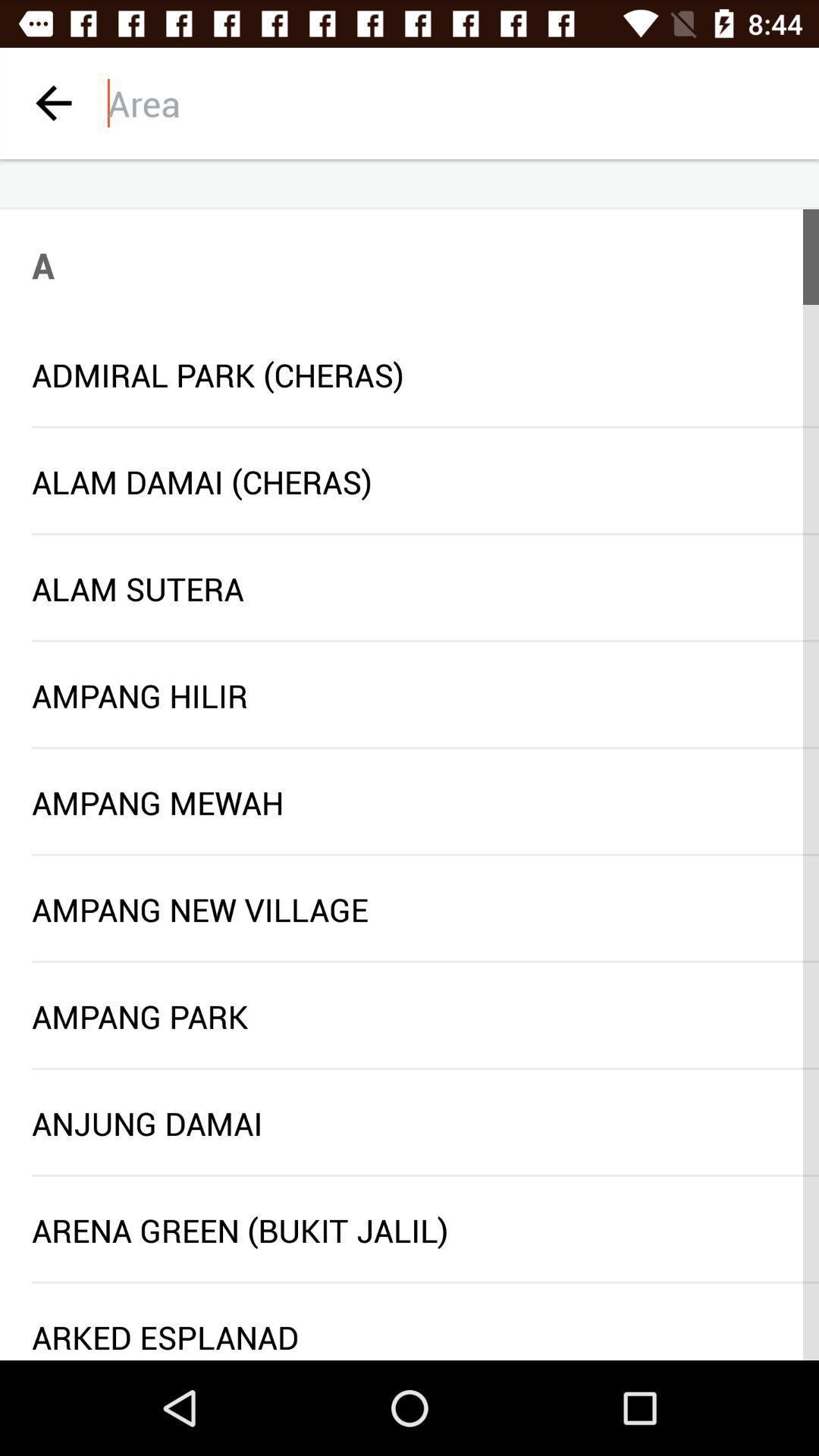 This screenshot has height=1456, width=819. I want to click on the arena green bukit icon, so click(409, 1230).